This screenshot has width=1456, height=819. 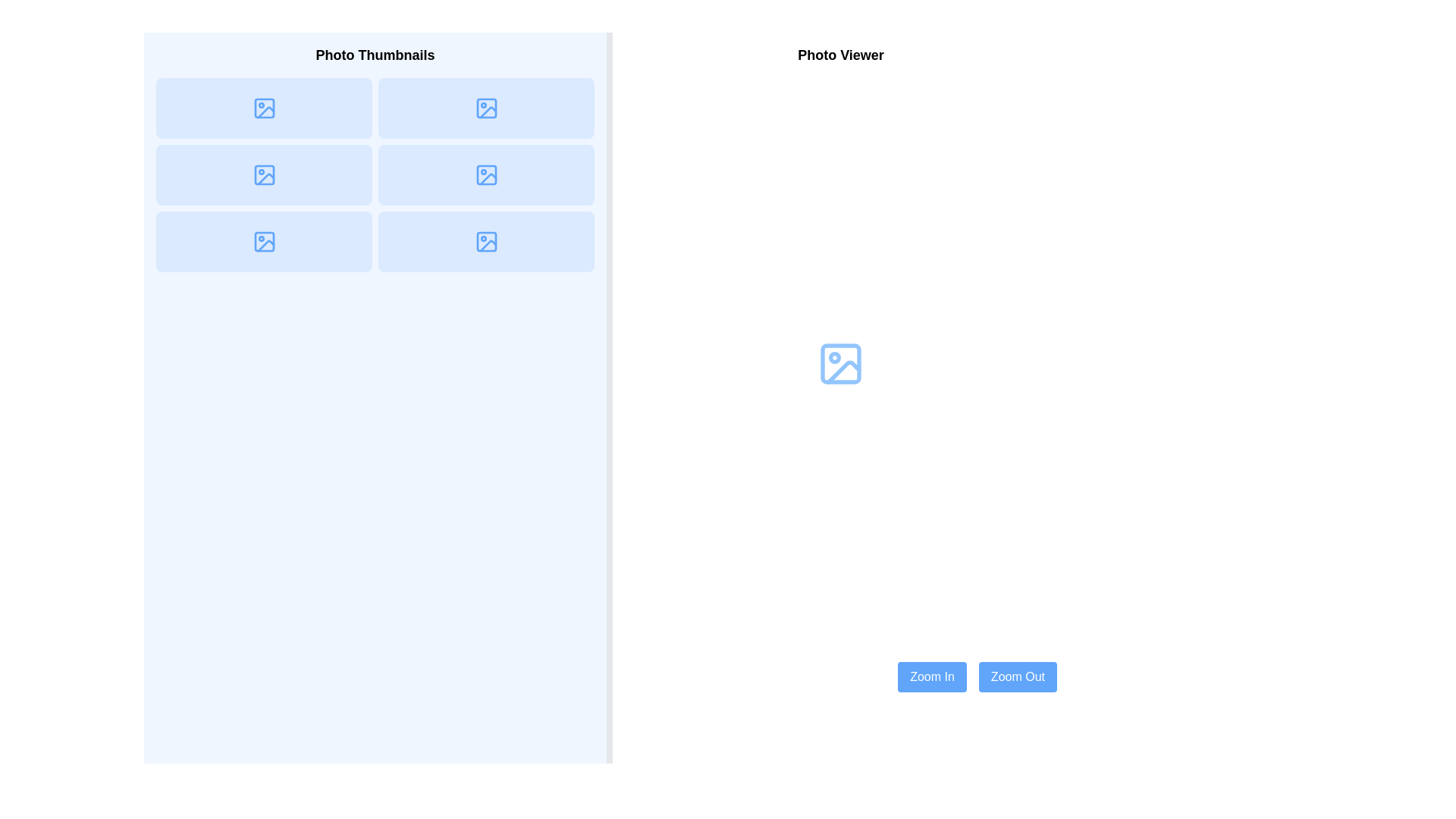 What do you see at coordinates (839, 55) in the screenshot?
I see `the static text header that serves as a title for the photo viewing interface, which is centrally aligned and located above the main image display area and action buttons` at bounding box center [839, 55].